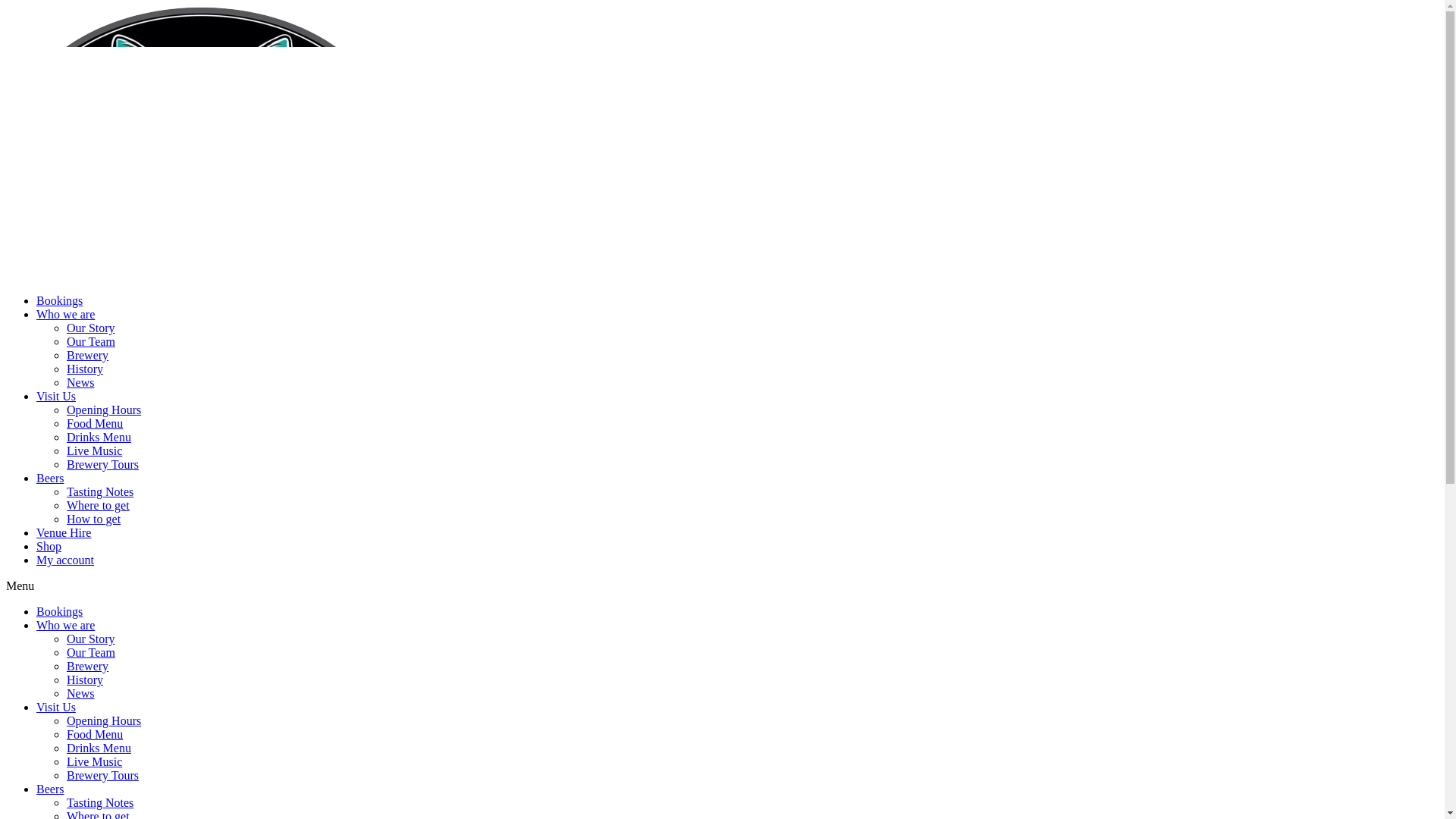 Image resolution: width=1456 pixels, height=819 pixels. What do you see at coordinates (99, 802) in the screenshot?
I see `'Tasting Notes'` at bounding box center [99, 802].